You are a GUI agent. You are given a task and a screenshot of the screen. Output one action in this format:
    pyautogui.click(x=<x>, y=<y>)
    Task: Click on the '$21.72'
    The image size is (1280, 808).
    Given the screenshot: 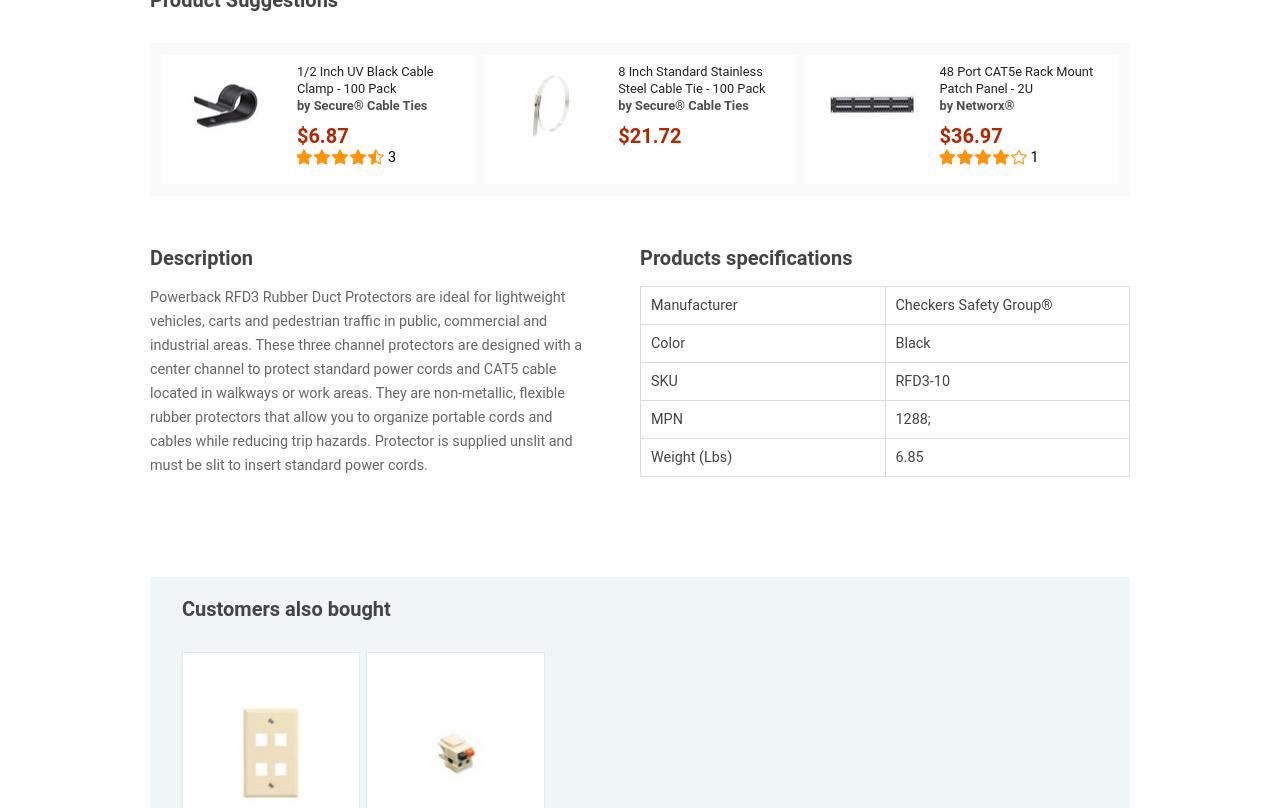 What is the action you would take?
    pyautogui.click(x=649, y=134)
    